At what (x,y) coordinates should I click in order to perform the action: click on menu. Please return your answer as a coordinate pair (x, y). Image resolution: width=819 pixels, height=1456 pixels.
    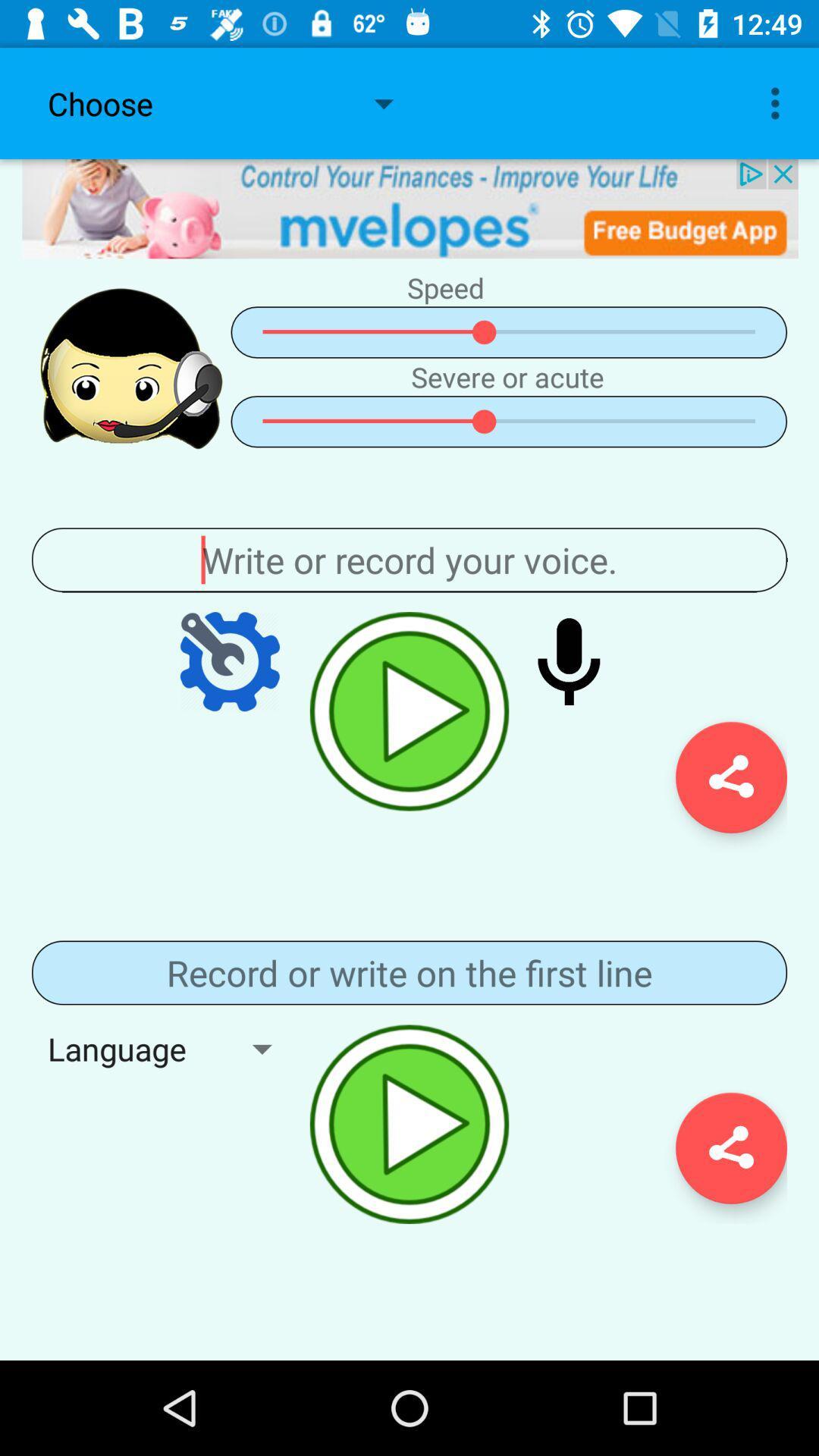
    Looking at the image, I should click on (409, 972).